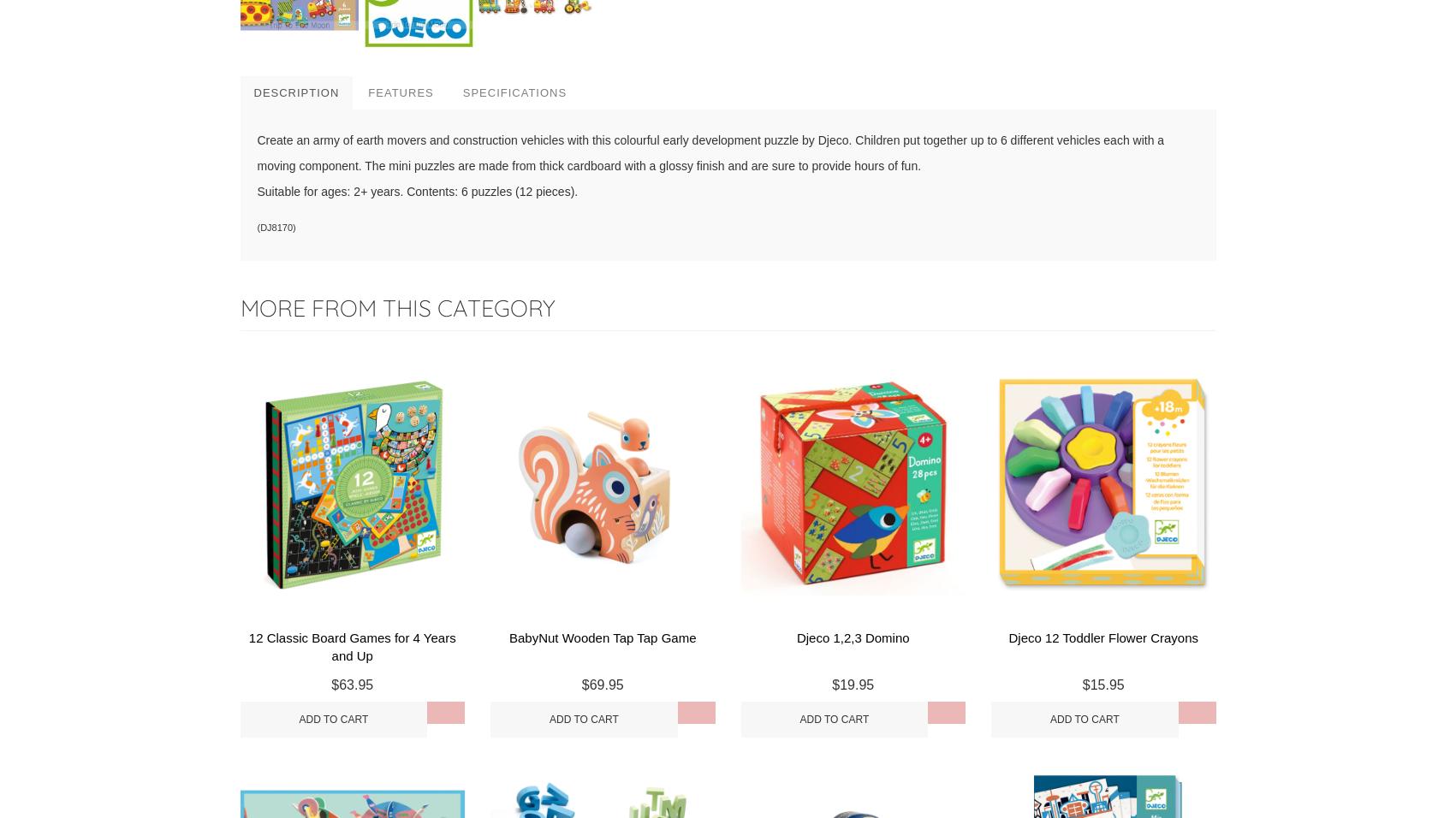 This screenshot has height=818, width=1456. Describe the element at coordinates (853, 684) in the screenshot. I see `'$19.95'` at that location.